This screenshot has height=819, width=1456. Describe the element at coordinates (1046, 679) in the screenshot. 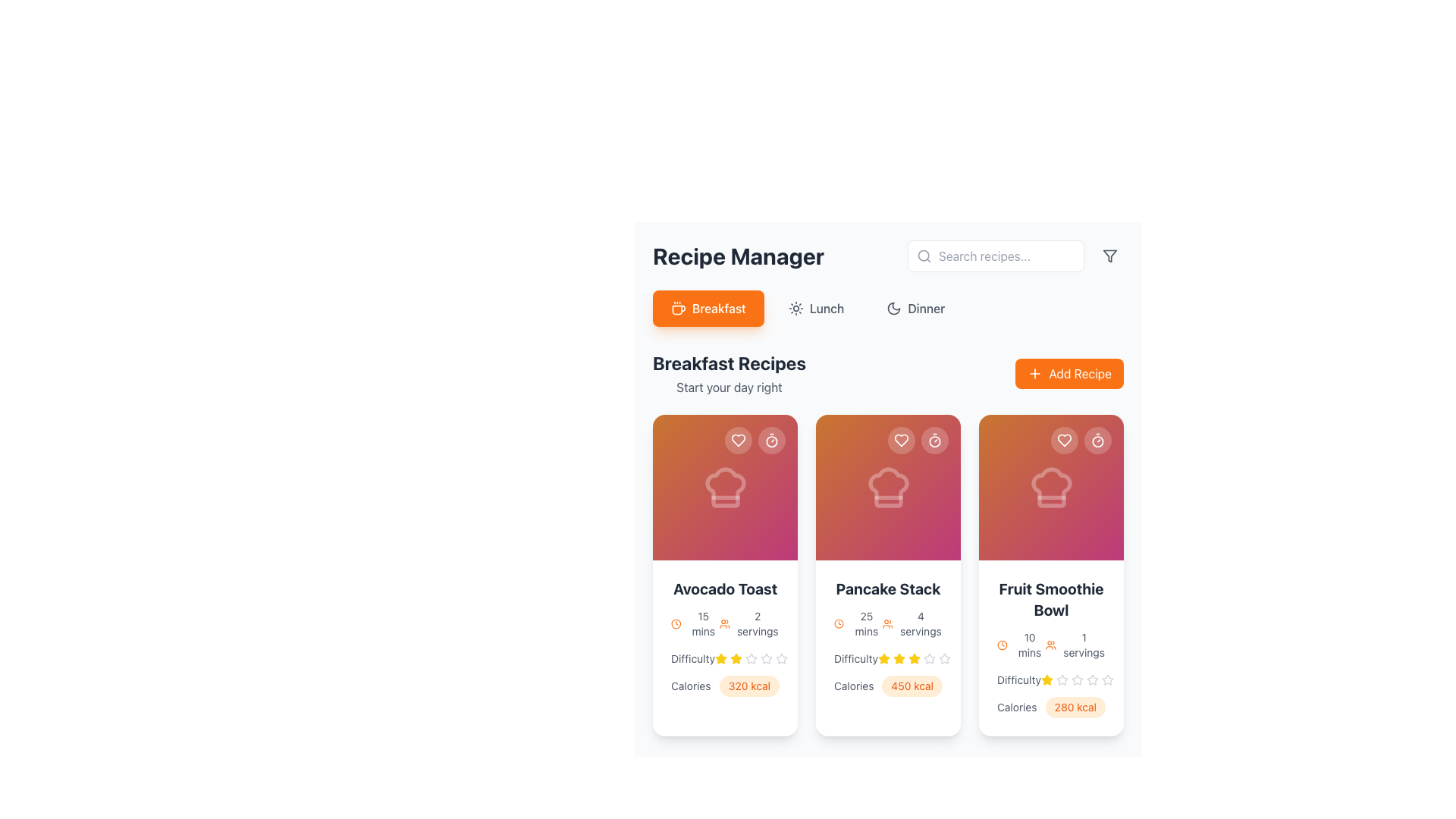

I see `the filled star icon indicating a rating level for the 'Fruit Smoothie Bowl' recipe, which represents one star worth of difficulty` at that location.